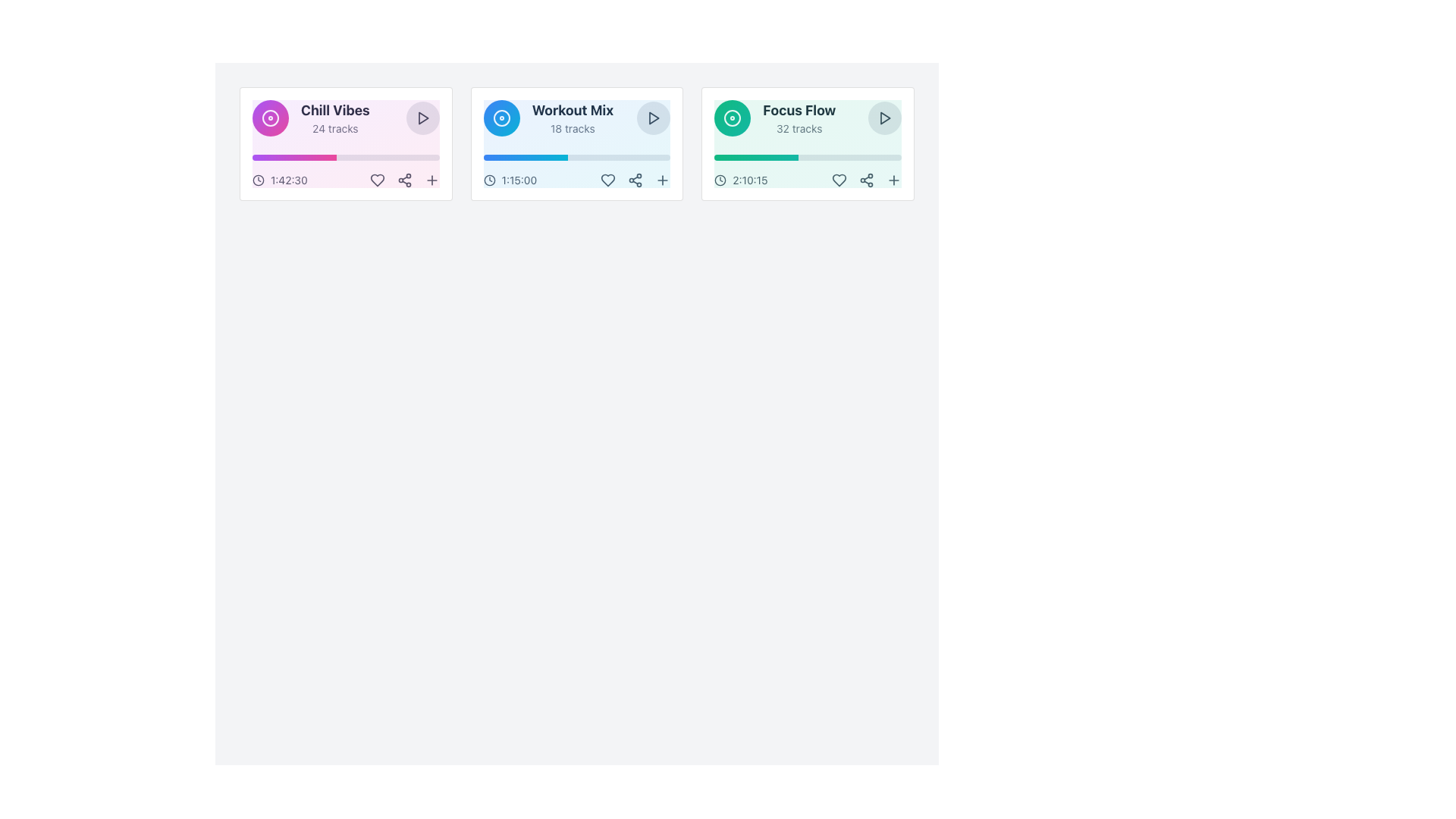 This screenshot has width=1456, height=819. What do you see at coordinates (404, 180) in the screenshot?
I see `the share icon button located under the 'Chill Vibes' card, which is the second icon in a horizontal row of three icons` at bounding box center [404, 180].